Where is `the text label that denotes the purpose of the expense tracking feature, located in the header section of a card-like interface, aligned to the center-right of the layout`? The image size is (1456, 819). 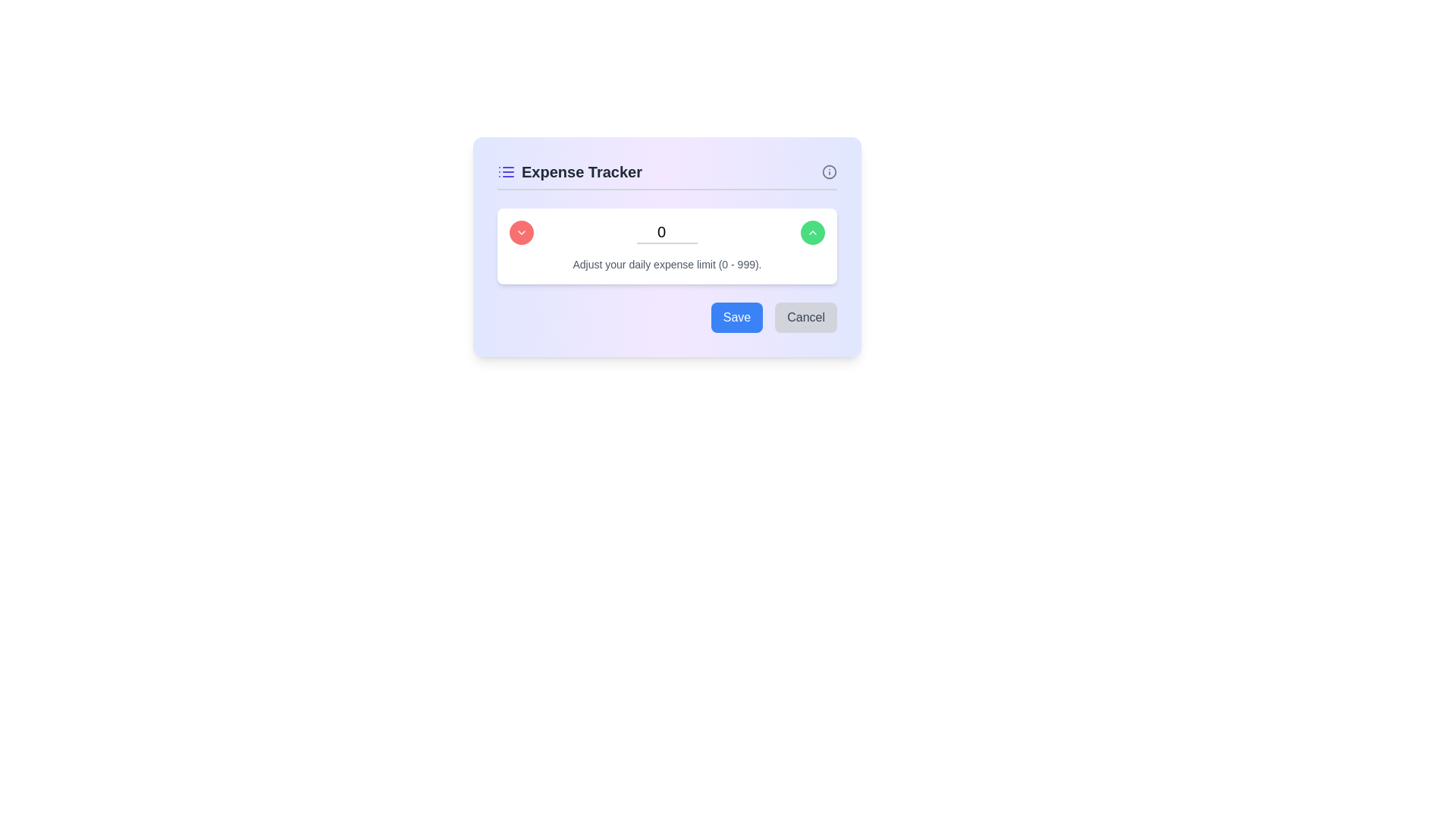
the text label that denotes the purpose of the expense tracking feature, located in the header section of a card-like interface, aligned to the center-right of the layout is located at coordinates (581, 171).